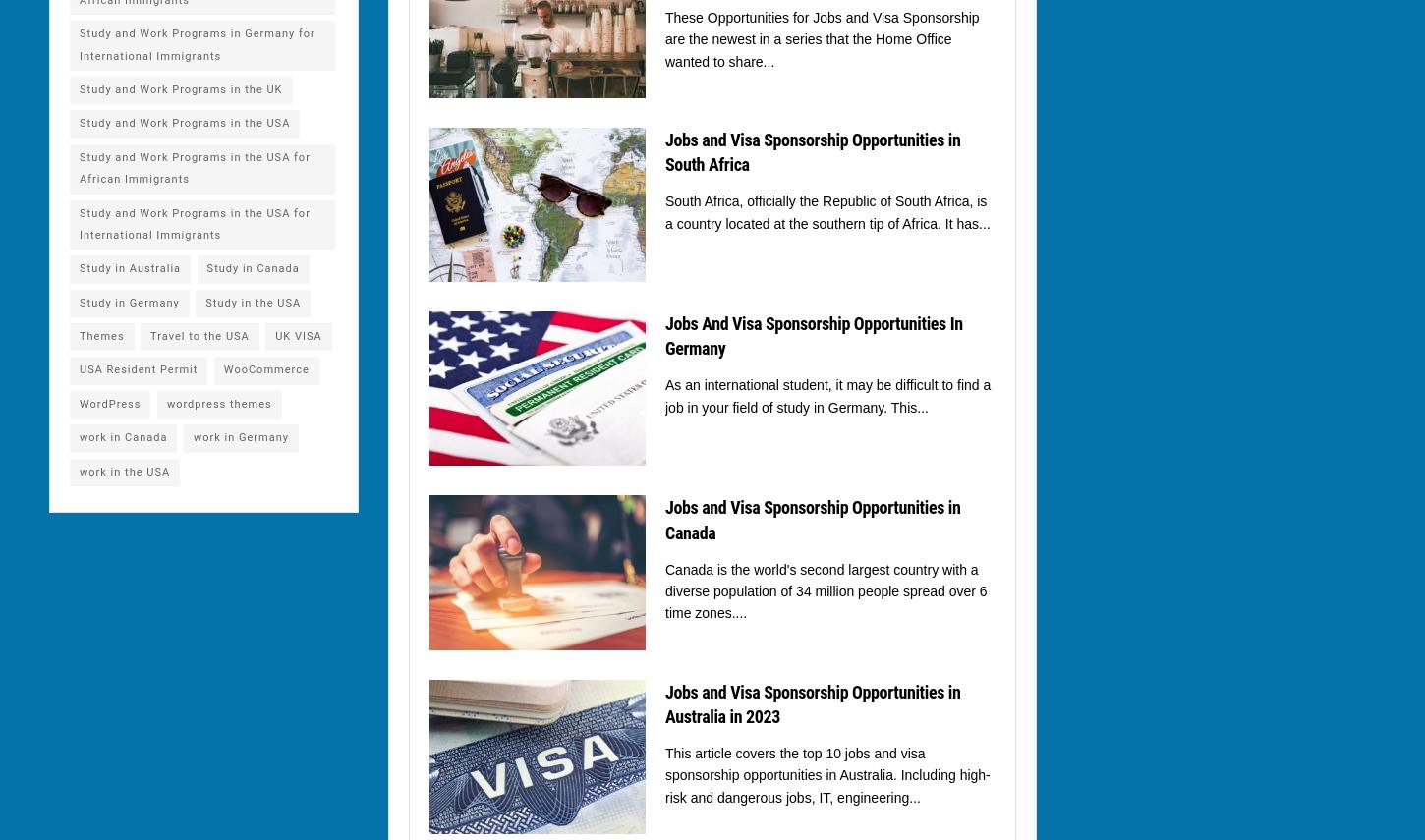 The width and height of the screenshot is (1425, 840). Describe the element at coordinates (265, 368) in the screenshot. I see `'WooCommerce'` at that location.